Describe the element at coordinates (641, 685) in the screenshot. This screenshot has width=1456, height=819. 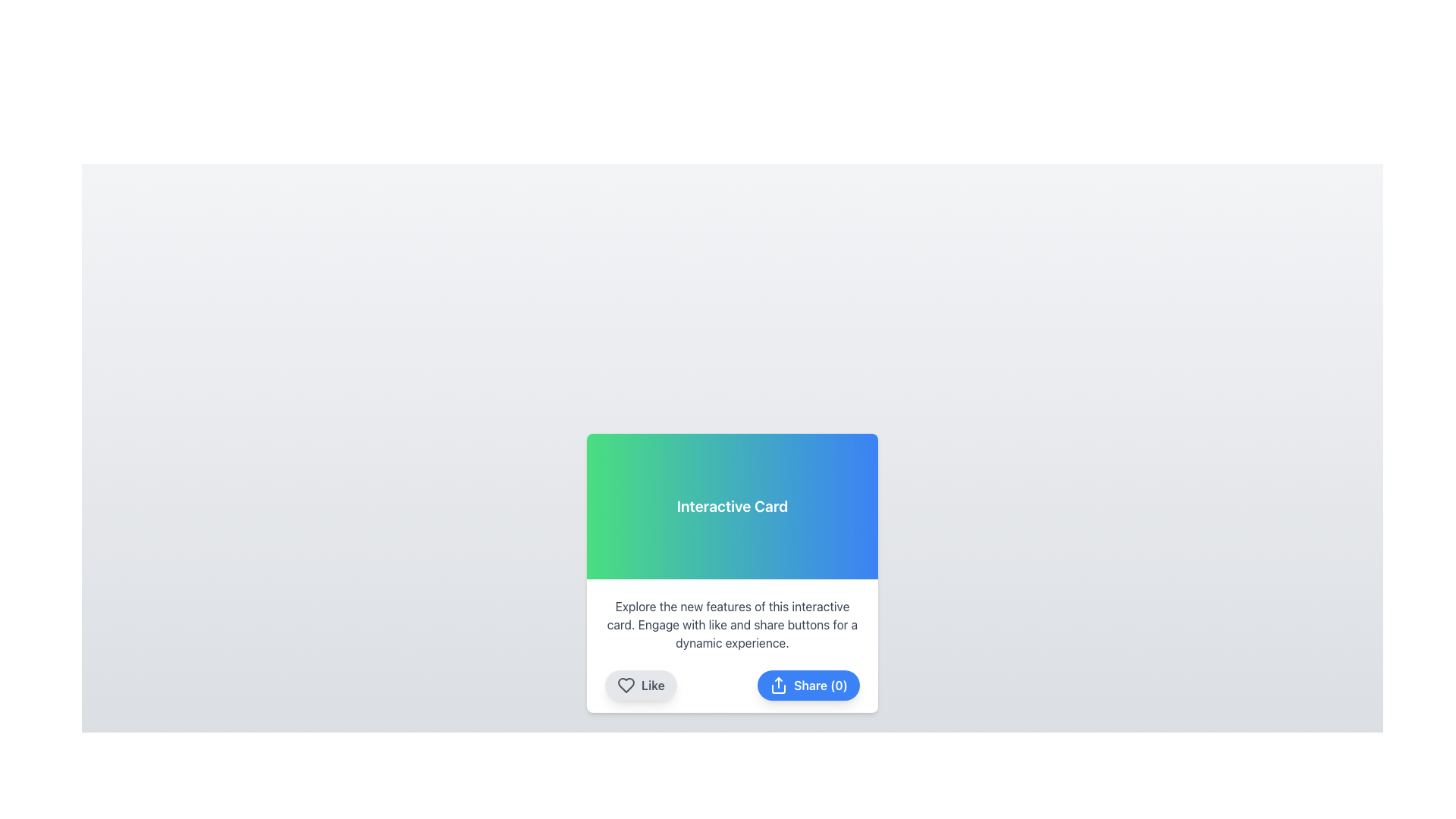
I see `the 'Like' button, which has a heart icon and is the leftmost button in its group, located near the bottom-center of the interactive card` at that location.